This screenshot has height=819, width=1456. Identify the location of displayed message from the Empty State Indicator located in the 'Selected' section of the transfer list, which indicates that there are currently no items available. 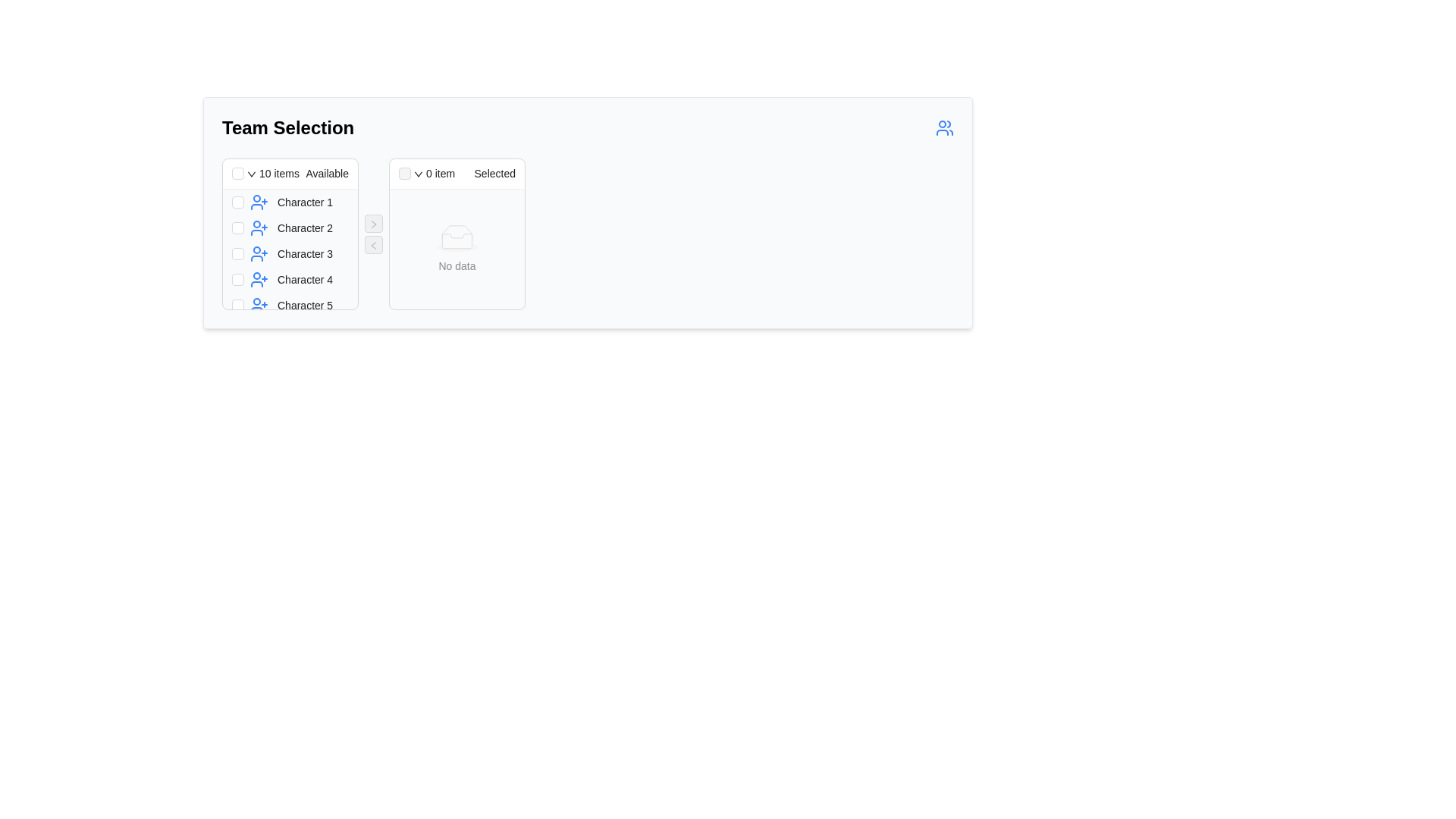
(457, 248).